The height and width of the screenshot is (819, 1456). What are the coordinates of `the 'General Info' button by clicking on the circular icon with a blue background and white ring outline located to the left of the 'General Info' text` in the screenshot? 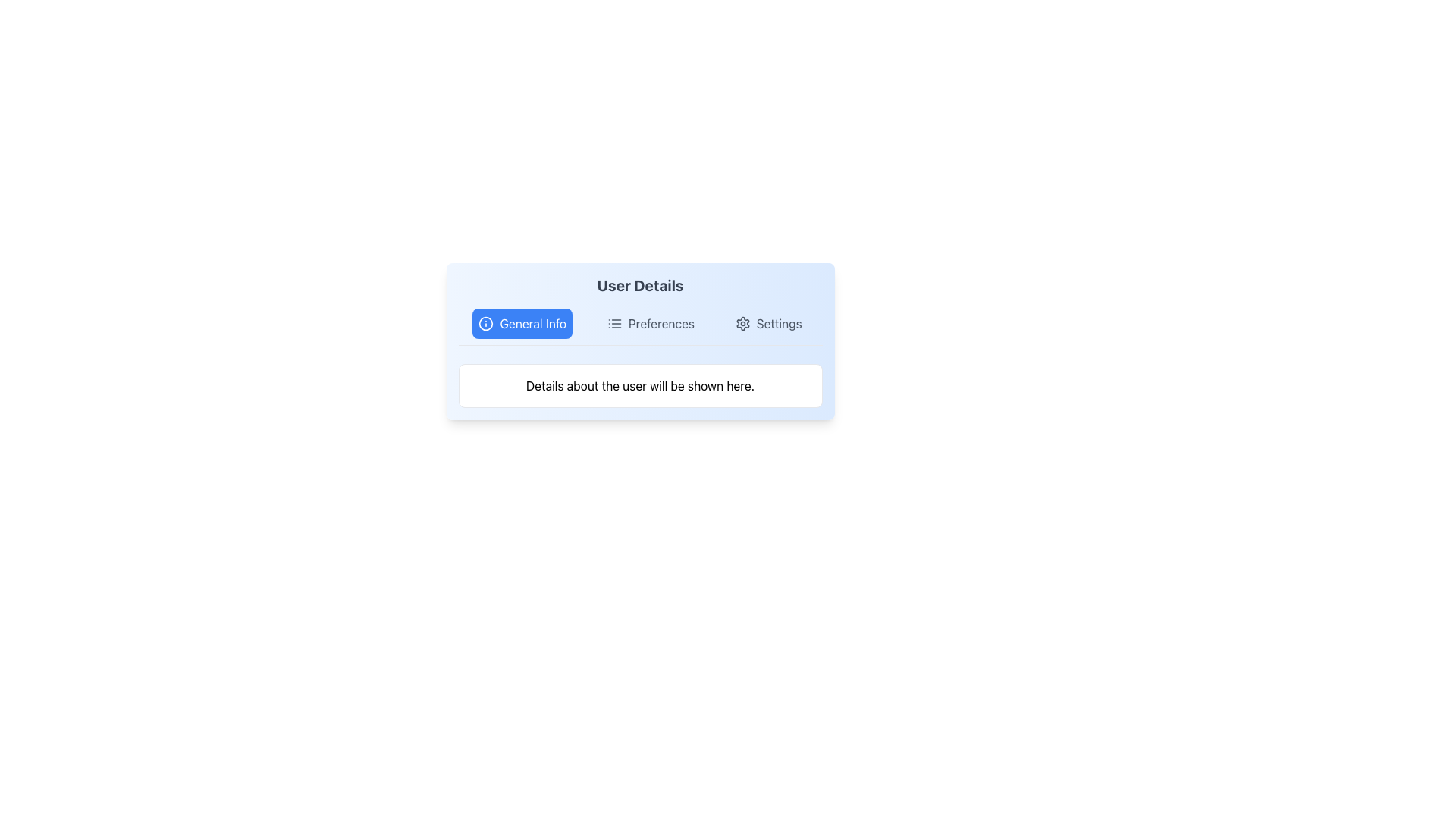 It's located at (486, 323).